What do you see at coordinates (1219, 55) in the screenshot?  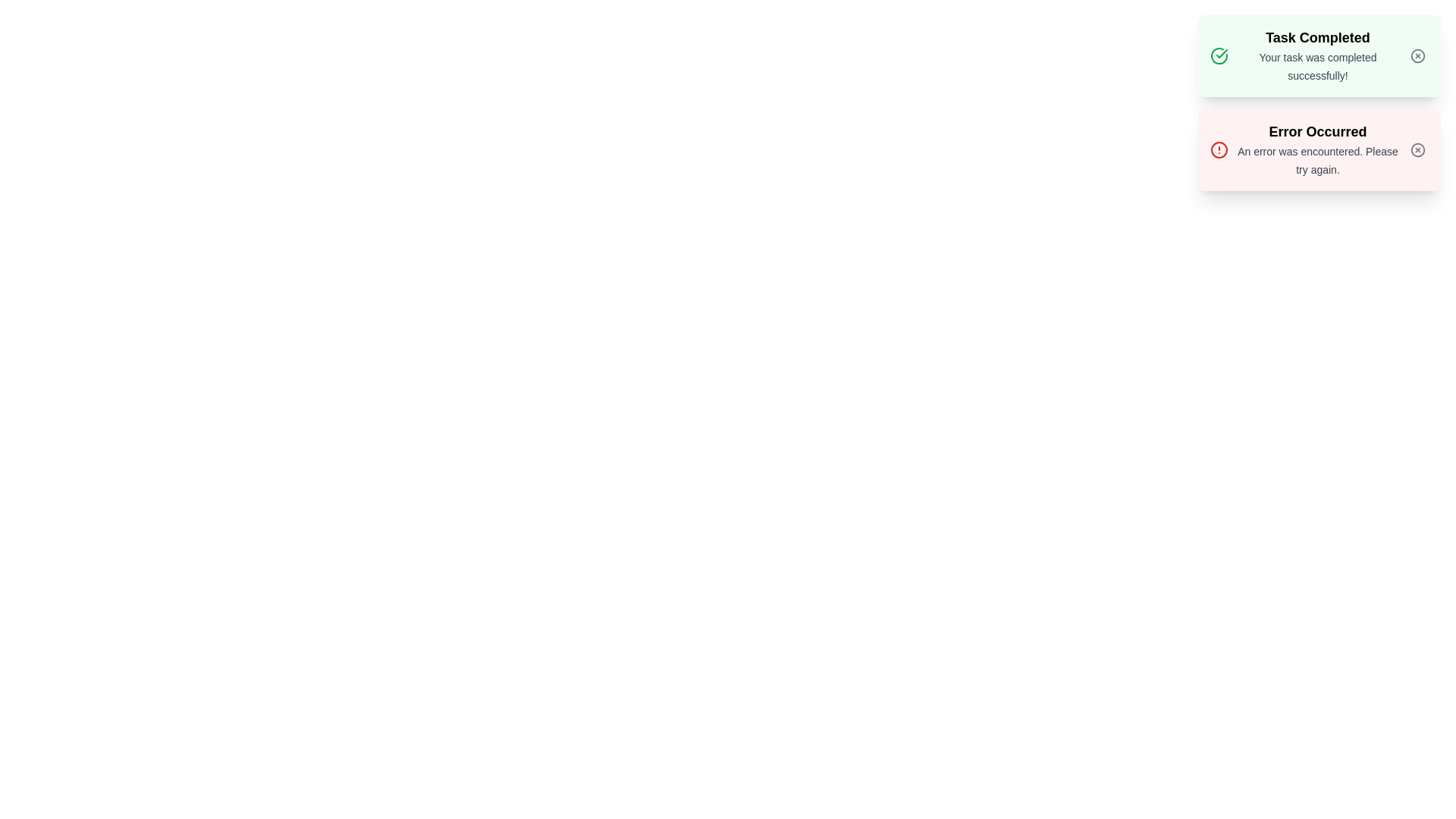 I see `the visual indicator for successful completion located in the 'Task Completed' notification card, positioned to the left of the text content` at bounding box center [1219, 55].